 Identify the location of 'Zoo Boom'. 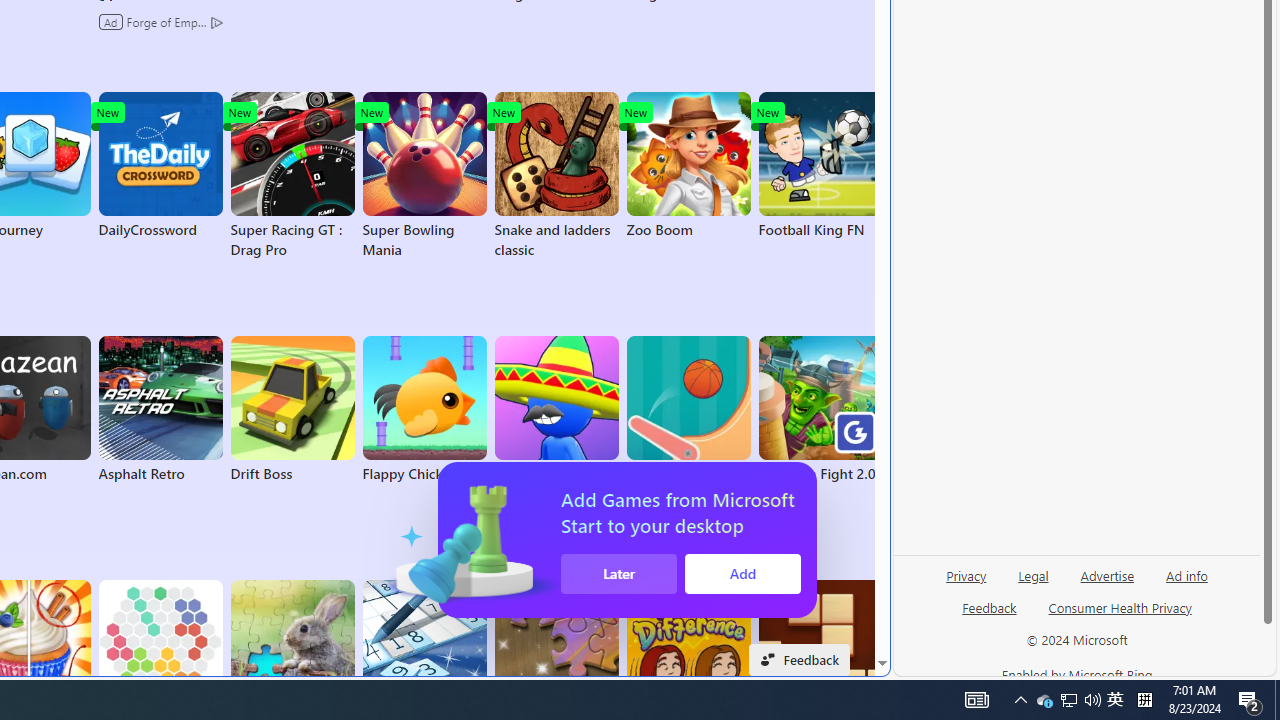
(688, 164).